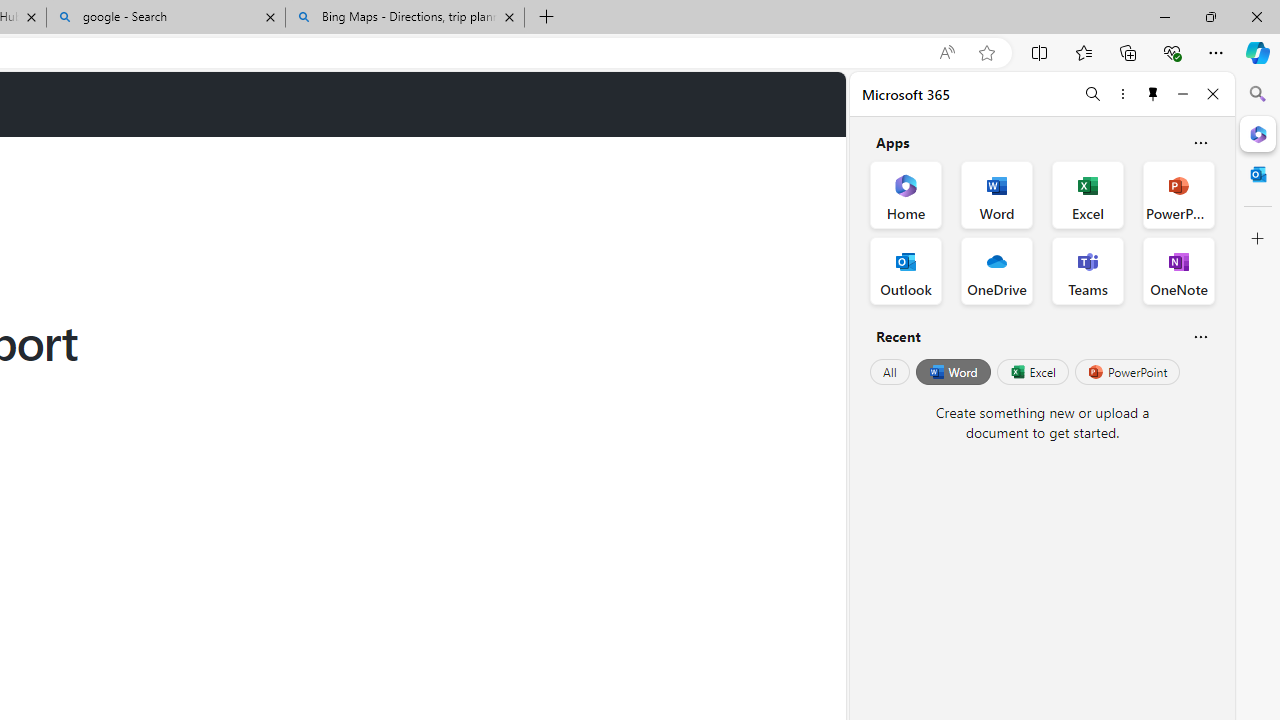 Image resolution: width=1280 pixels, height=720 pixels. What do you see at coordinates (1032, 372) in the screenshot?
I see `'Excel'` at bounding box center [1032, 372].